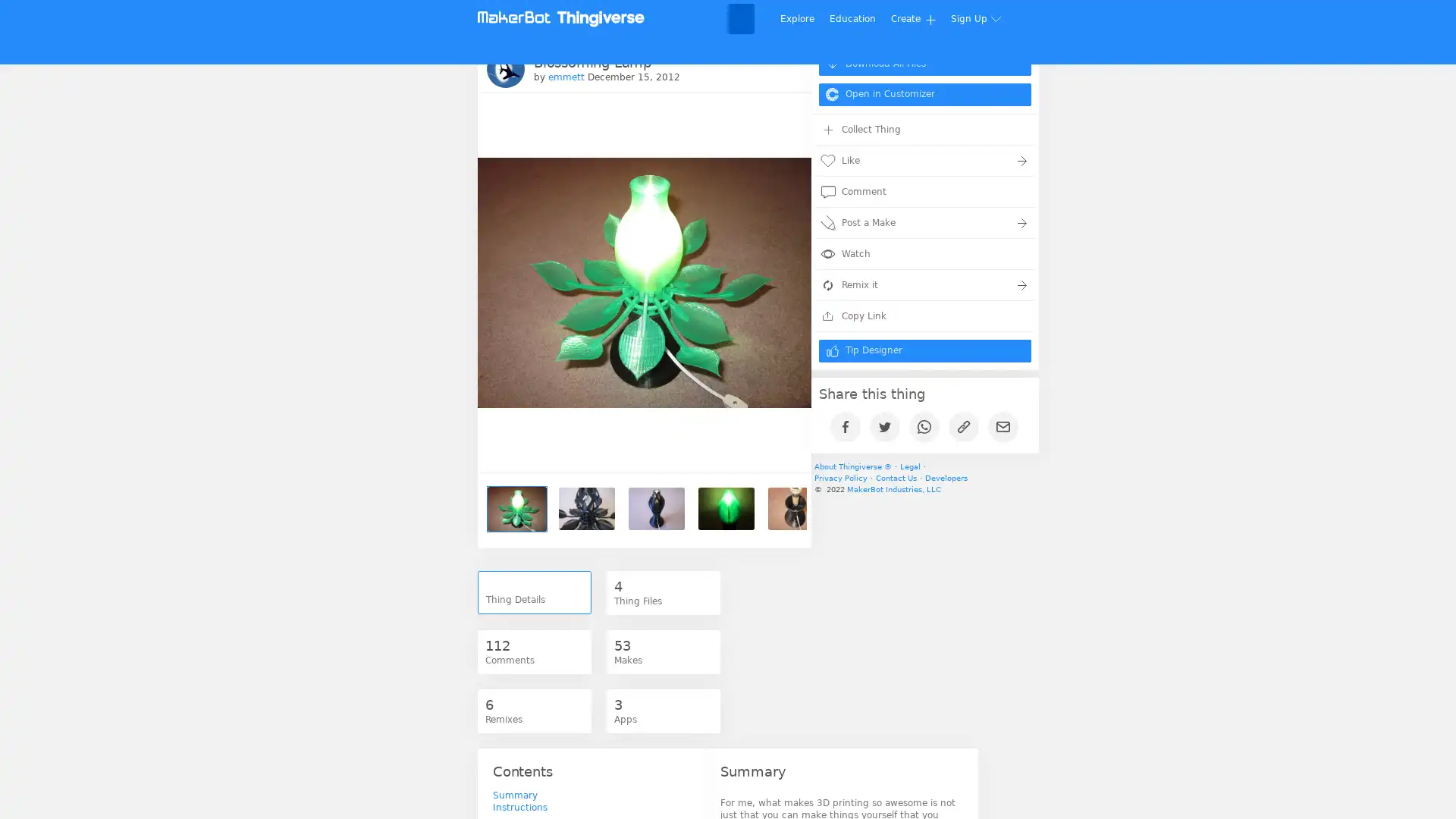 The height and width of the screenshot is (819, 1456). I want to click on slide item 8, so click(1005, 508).